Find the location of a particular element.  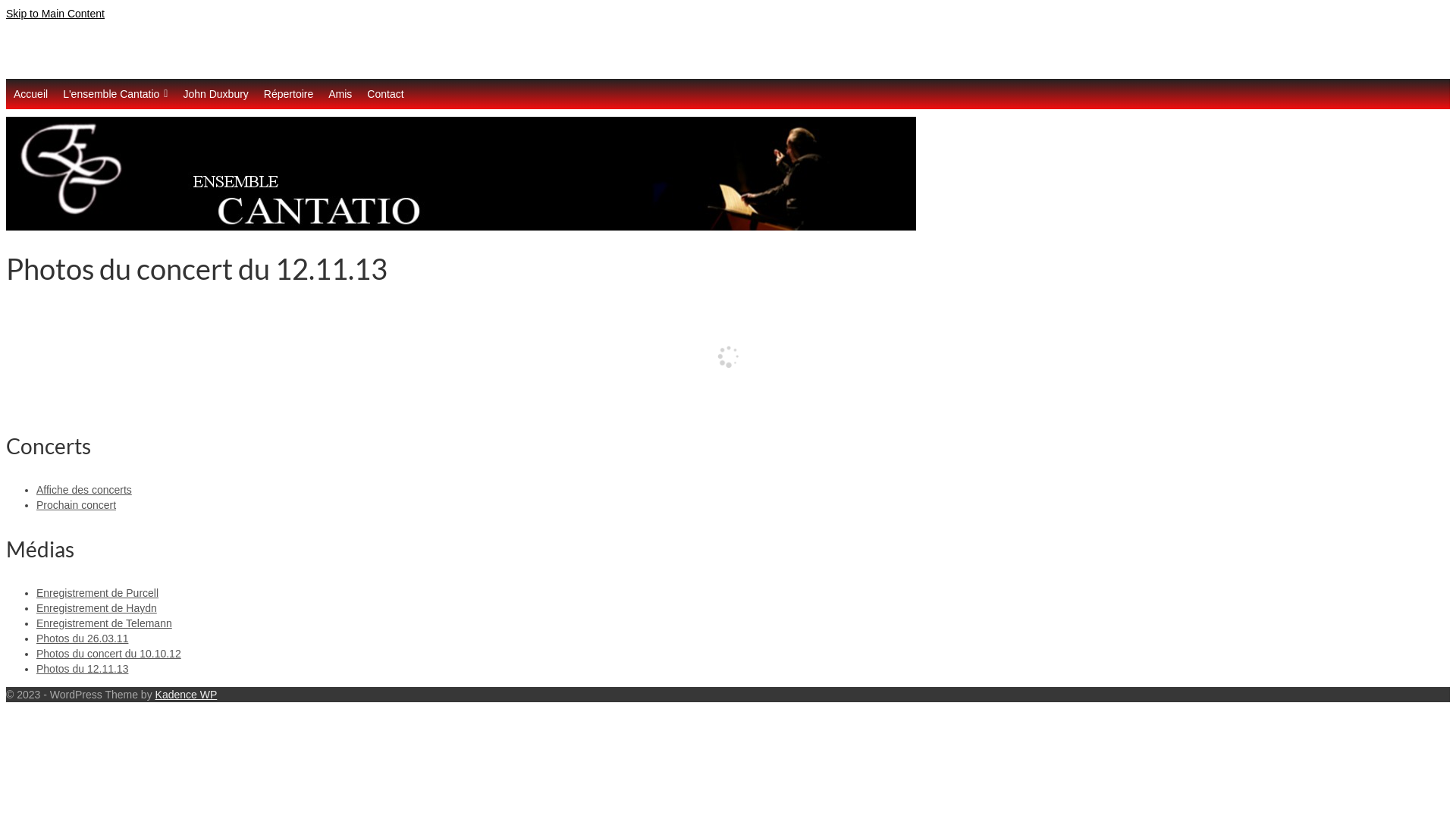

'Photos du 12.11.13' is located at coordinates (81, 668).